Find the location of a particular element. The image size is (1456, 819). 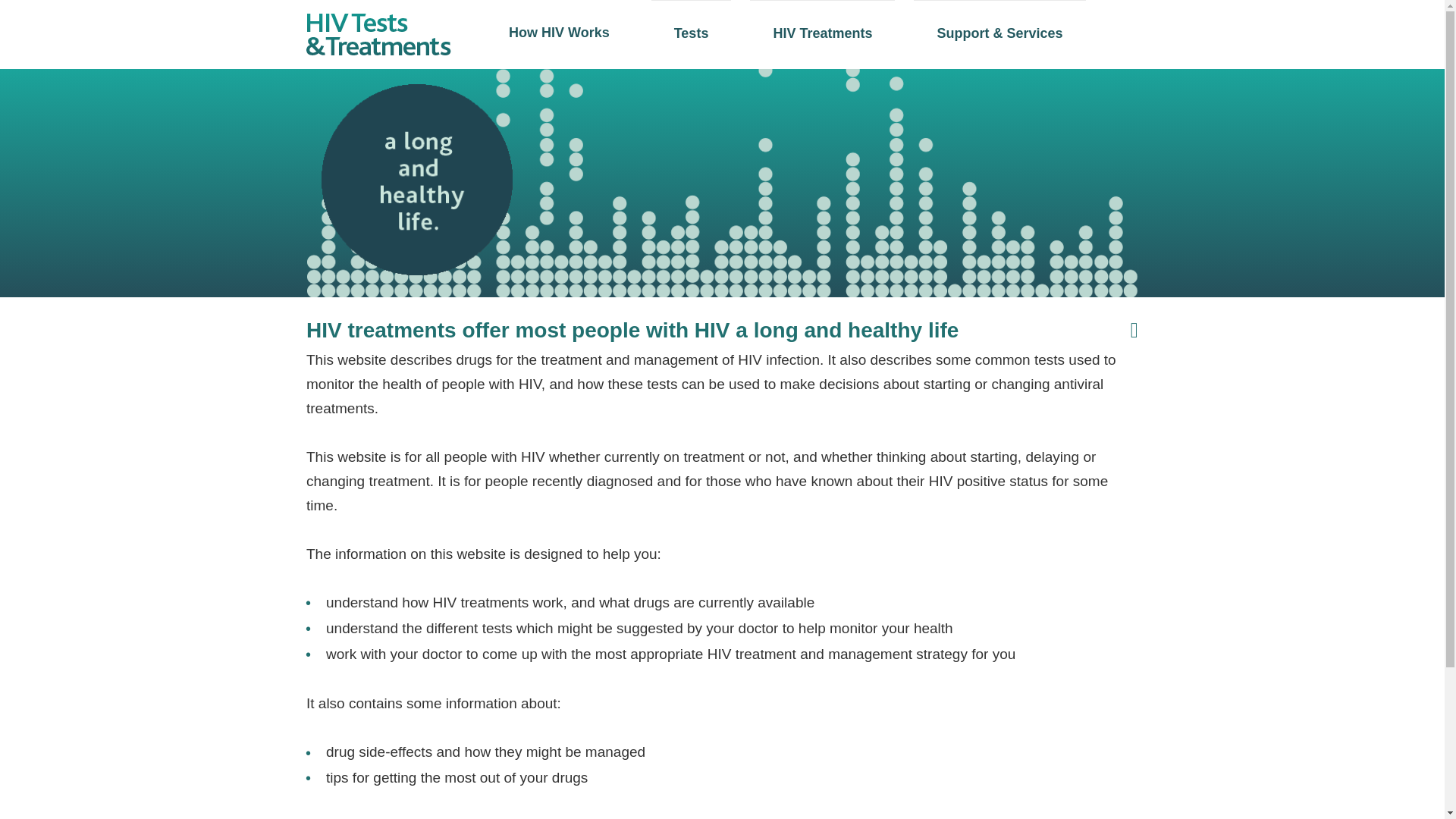

'HIV Treatments' is located at coordinates (821, 33).